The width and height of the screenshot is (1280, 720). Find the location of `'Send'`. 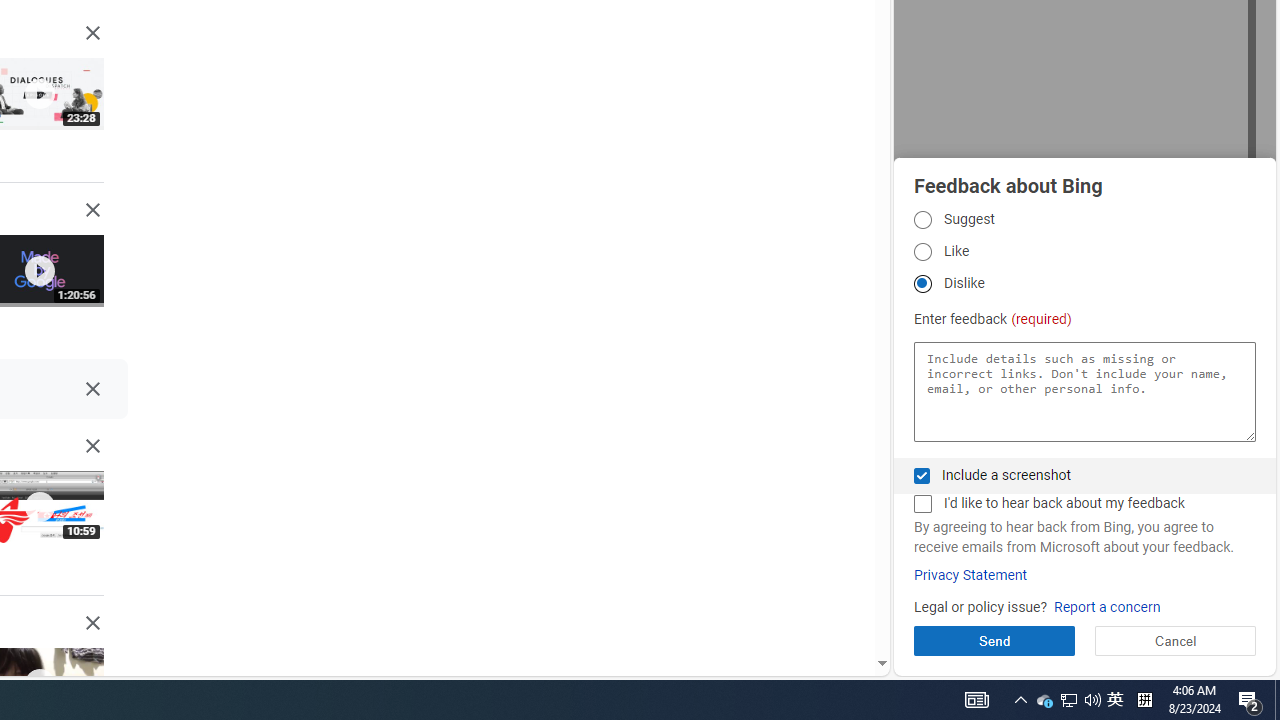

'Send' is located at coordinates (994, 640).